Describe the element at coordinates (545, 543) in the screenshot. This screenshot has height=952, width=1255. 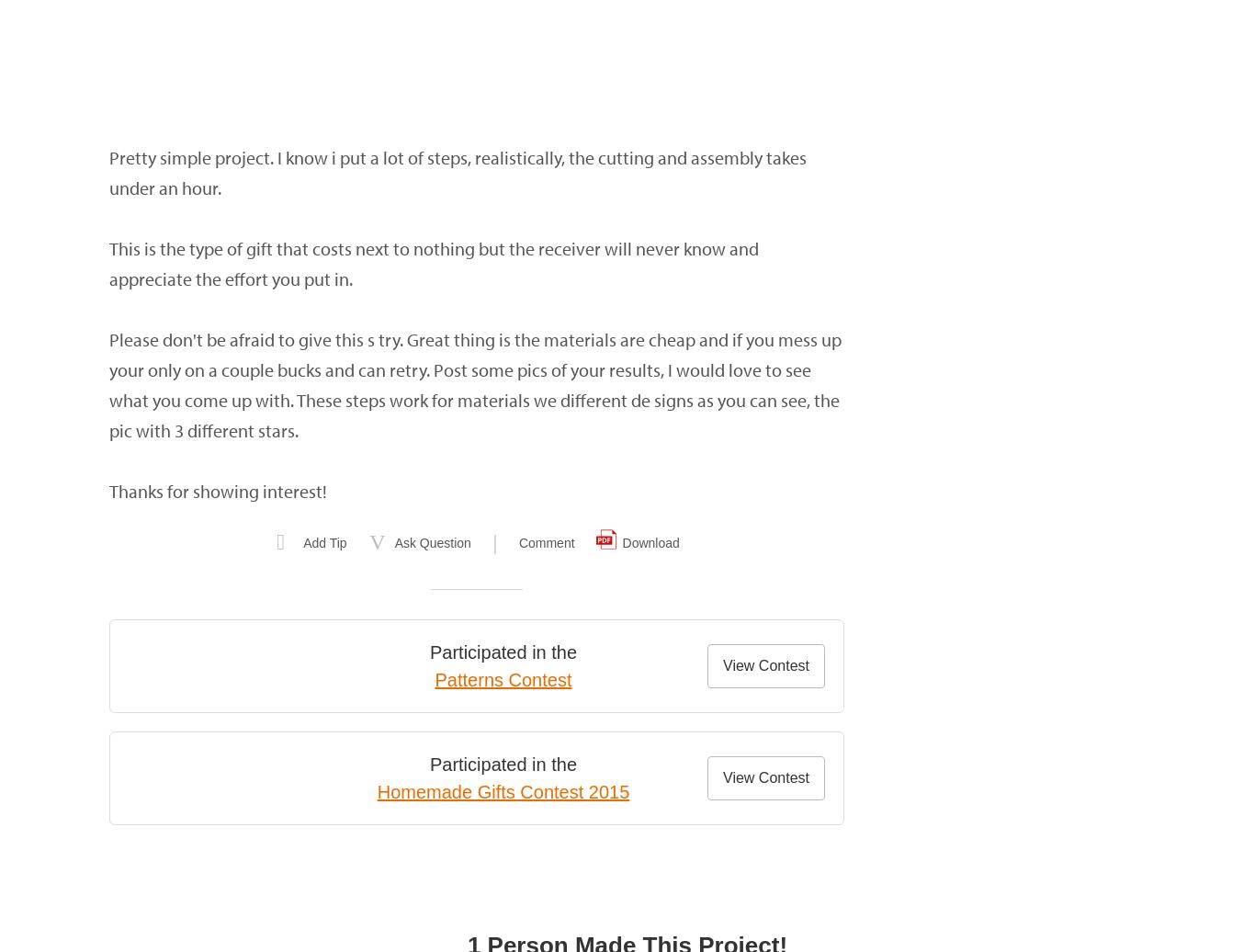
I see `'Comment'` at that location.